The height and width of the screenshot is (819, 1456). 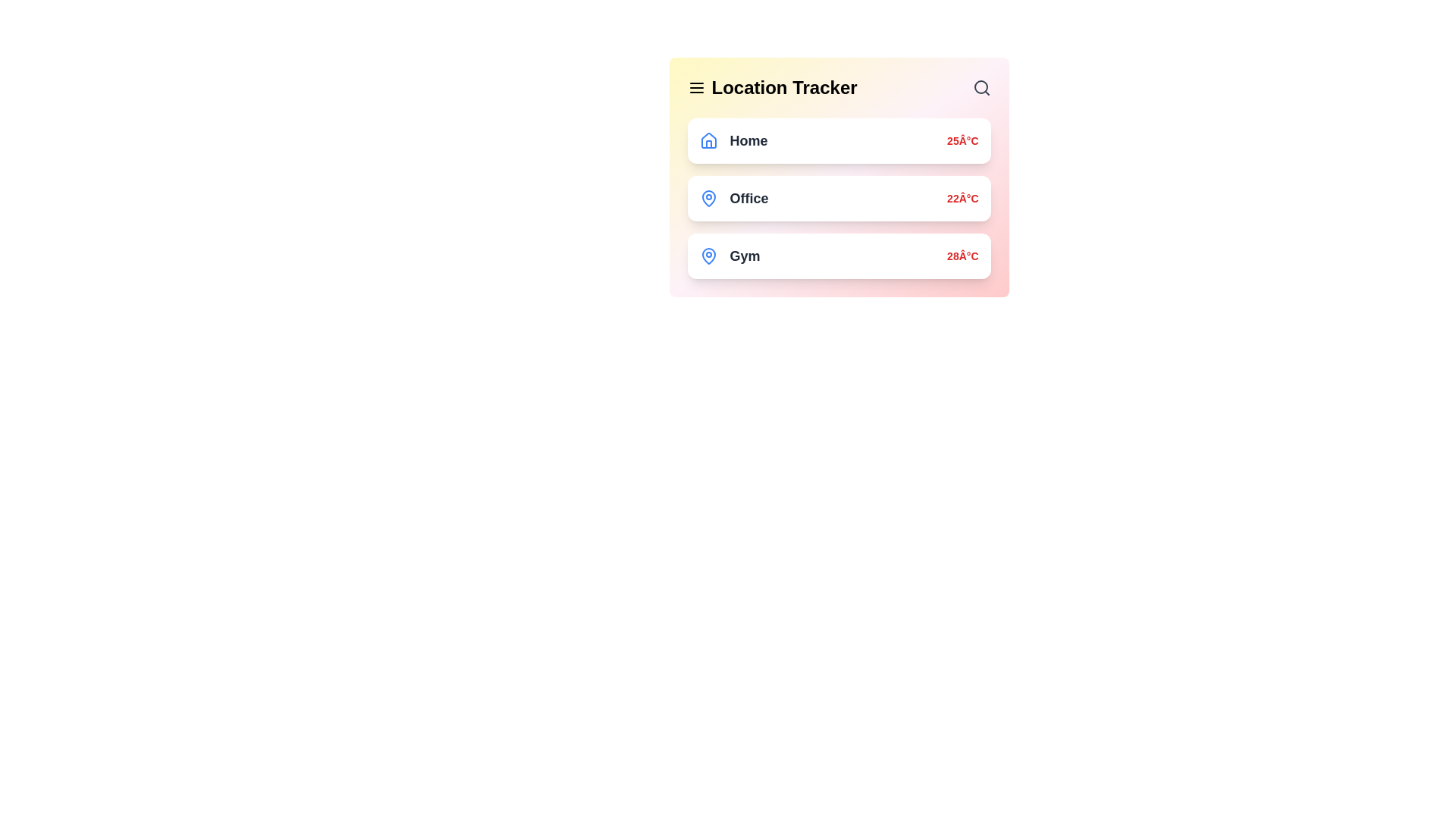 What do you see at coordinates (981, 87) in the screenshot?
I see `the search icon to activate the search functionality` at bounding box center [981, 87].